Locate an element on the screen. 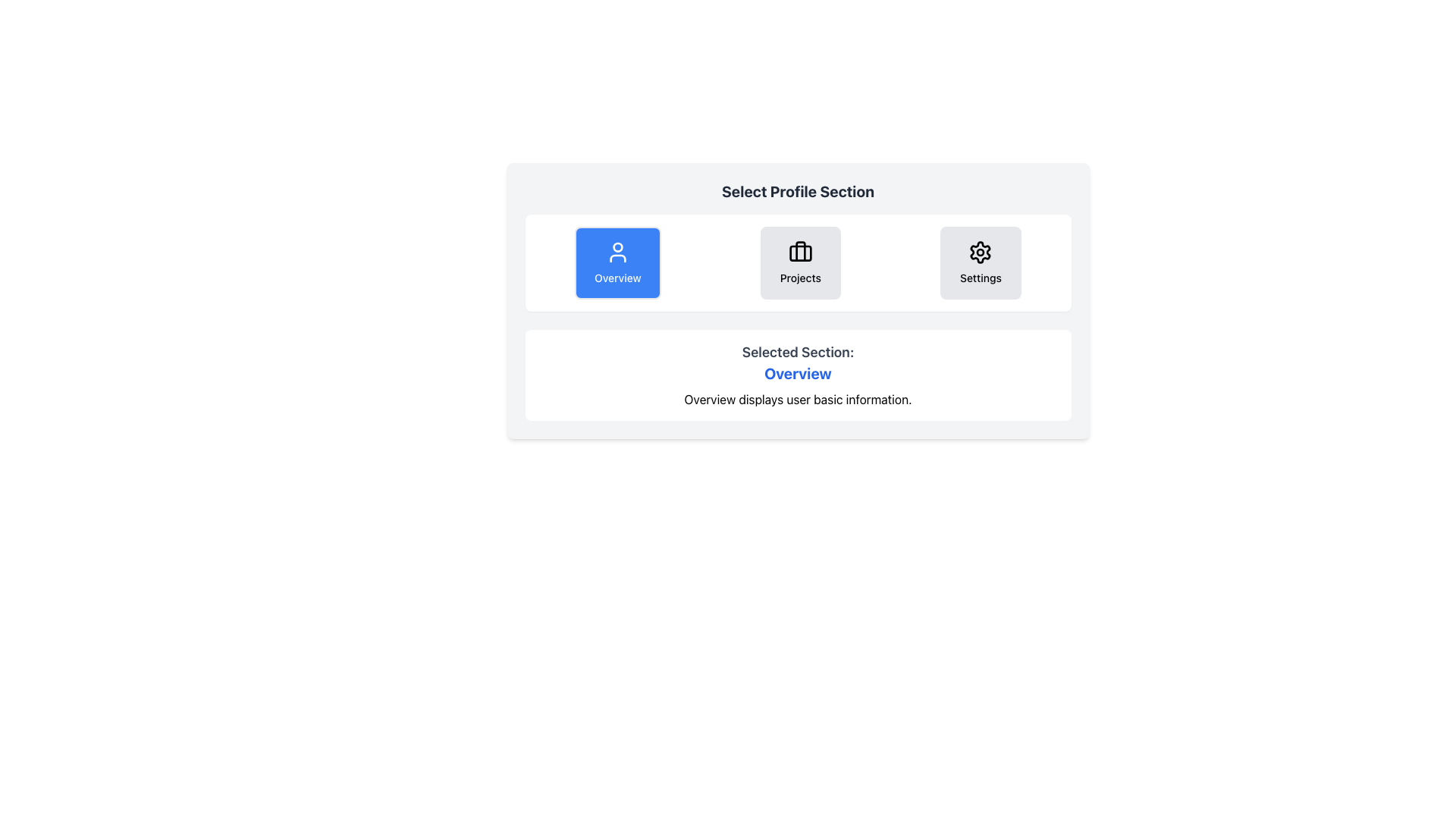 The image size is (1456, 819). the 'Projects' button, which is a rectangular button with rounded edges, light gray background, and a briefcase icon above the label, located between the 'Overview' and 'Settings' buttons is located at coordinates (799, 262).